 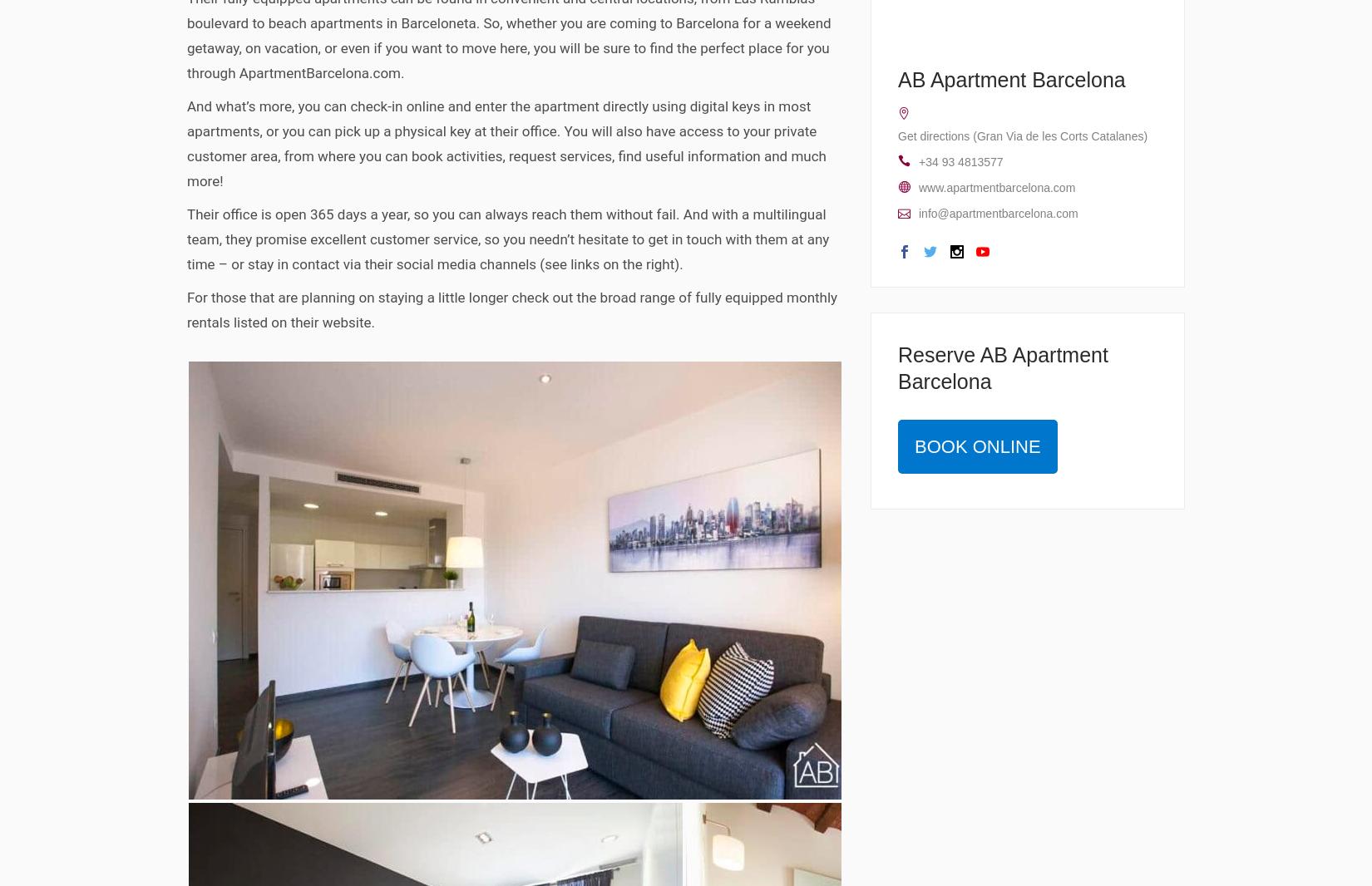 I want to click on 'Get directions (Gran Via de les Corts Catalanes)', so click(x=1023, y=134).